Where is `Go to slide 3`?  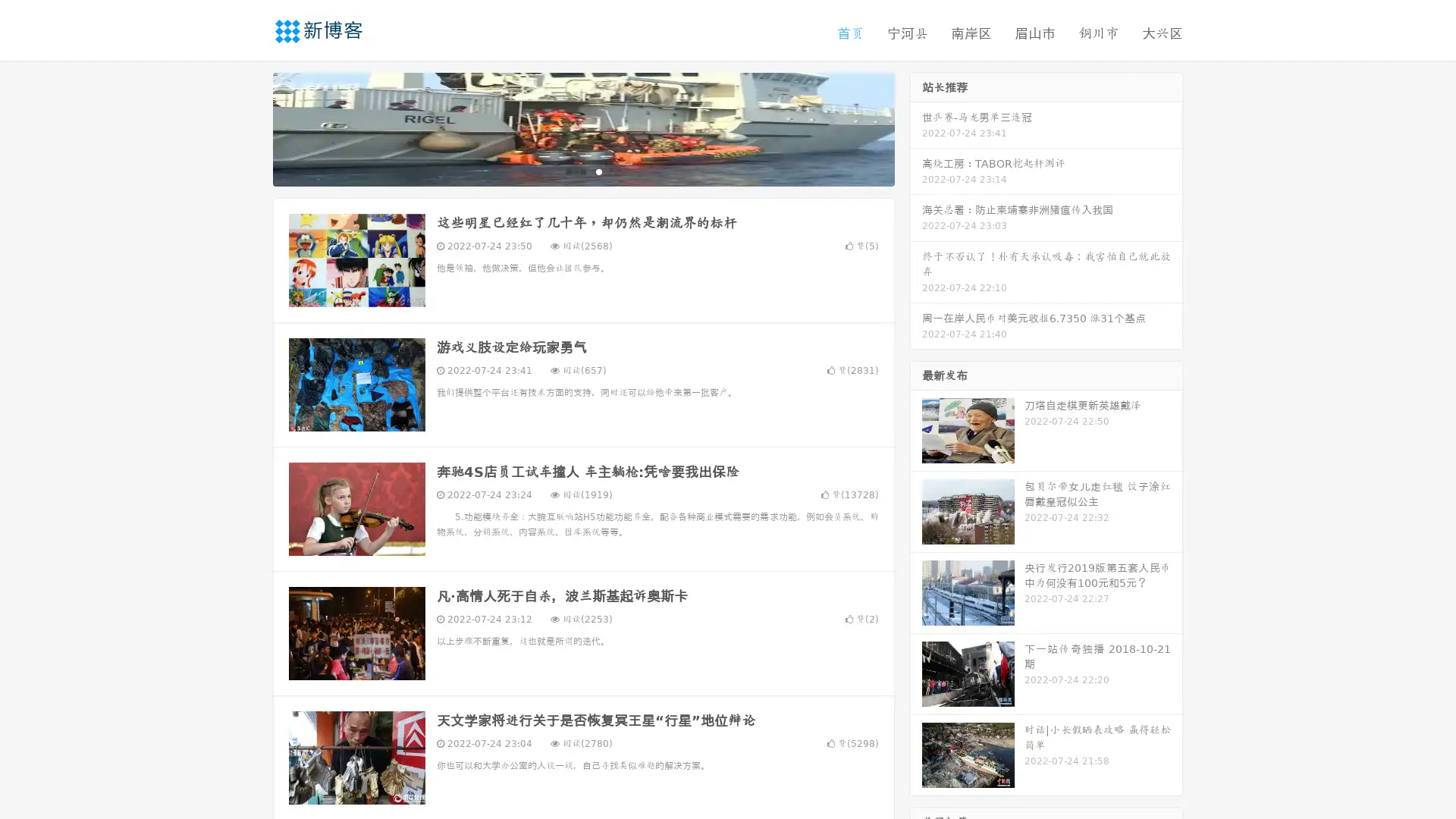 Go to slide 3 is located at coordinates (598, 171).